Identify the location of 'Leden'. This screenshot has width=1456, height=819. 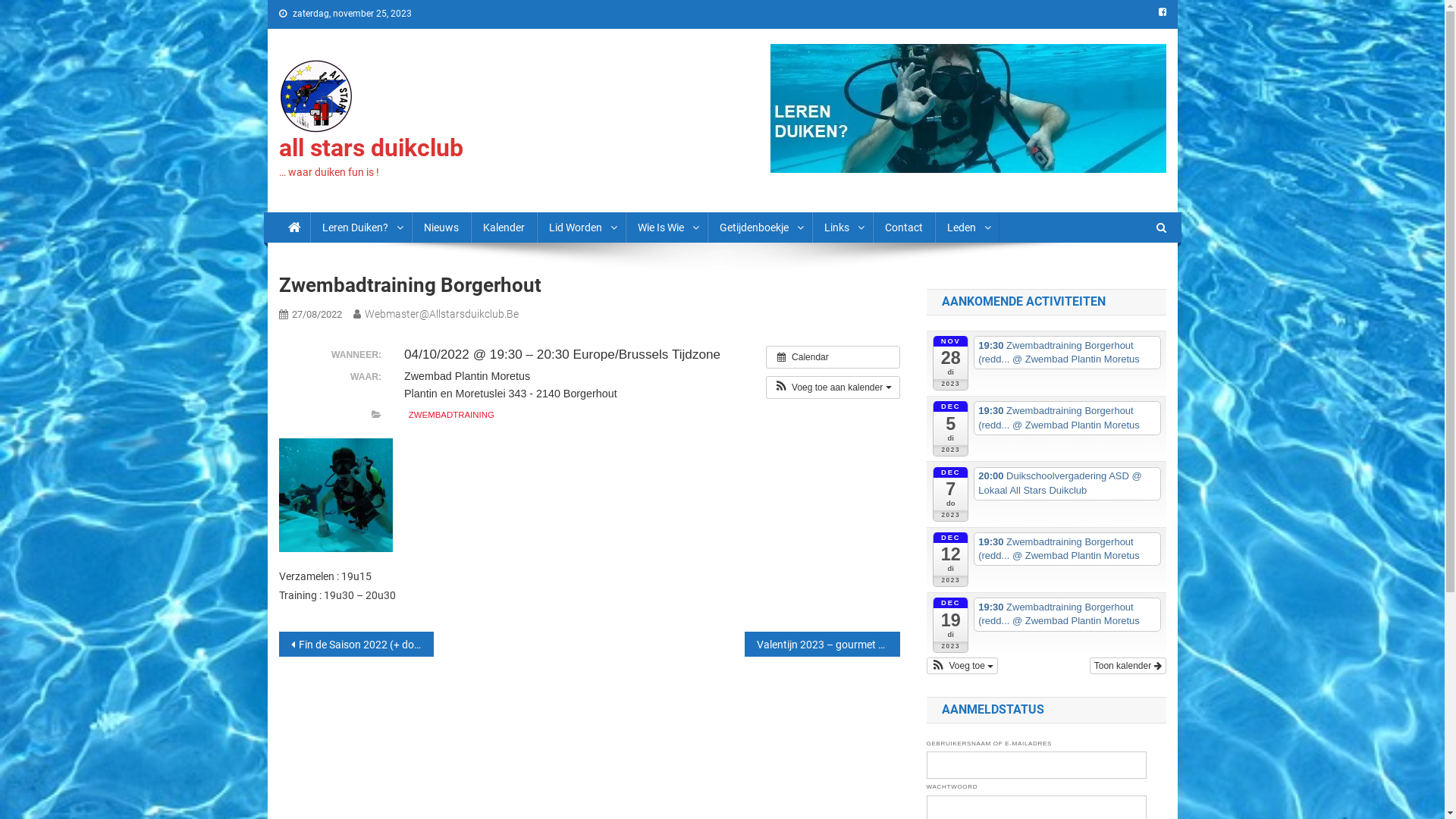
(965, 227).